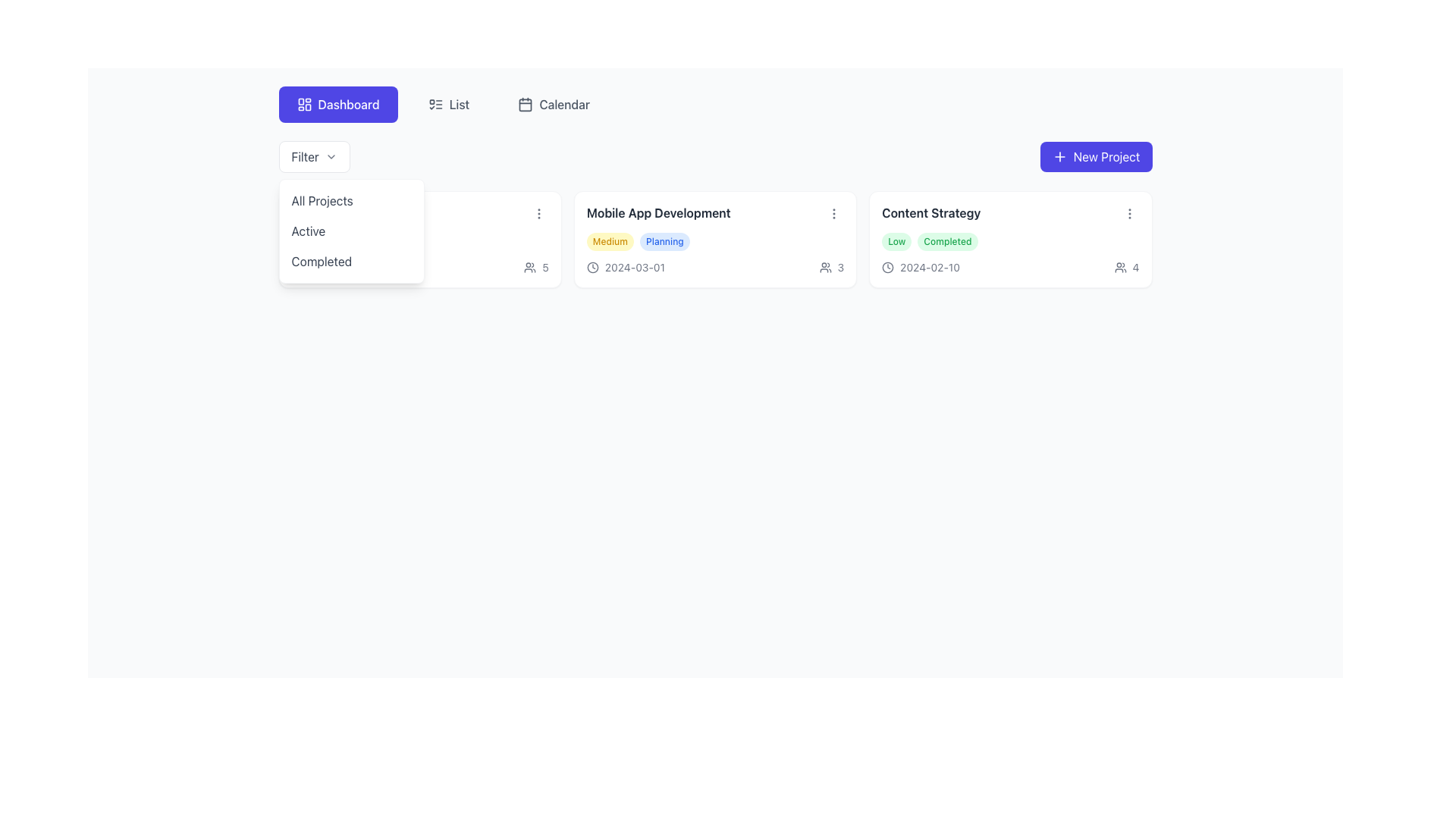 The width and height of the screenshot is (1456, 819). Describe the element at coordinates (888, 267) in the screenshot. I see `the SVG circle element that represents the outer ring of the clock symbol, located to the left of the date text within the 'Content Strategy' card` at that location.